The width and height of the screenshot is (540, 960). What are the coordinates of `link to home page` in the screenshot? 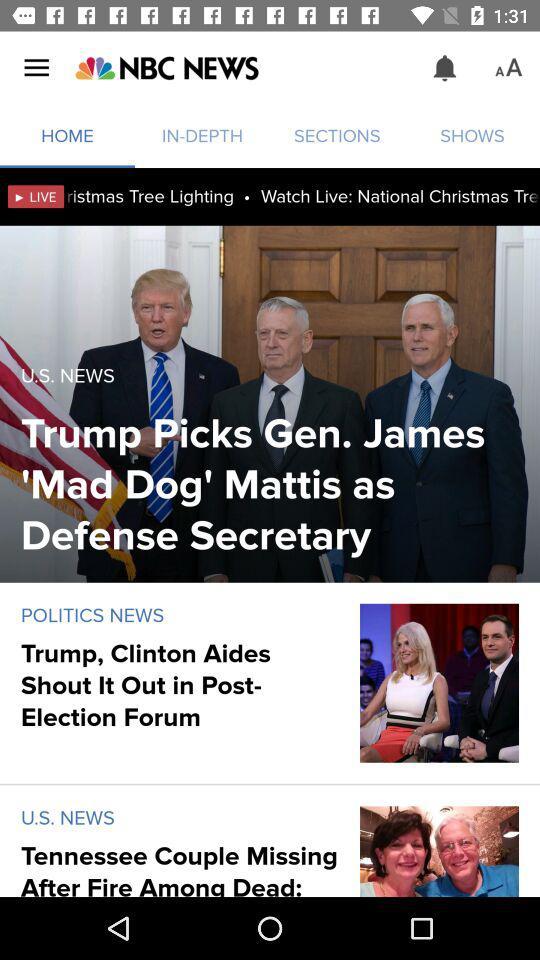 It's located at (165, 68).